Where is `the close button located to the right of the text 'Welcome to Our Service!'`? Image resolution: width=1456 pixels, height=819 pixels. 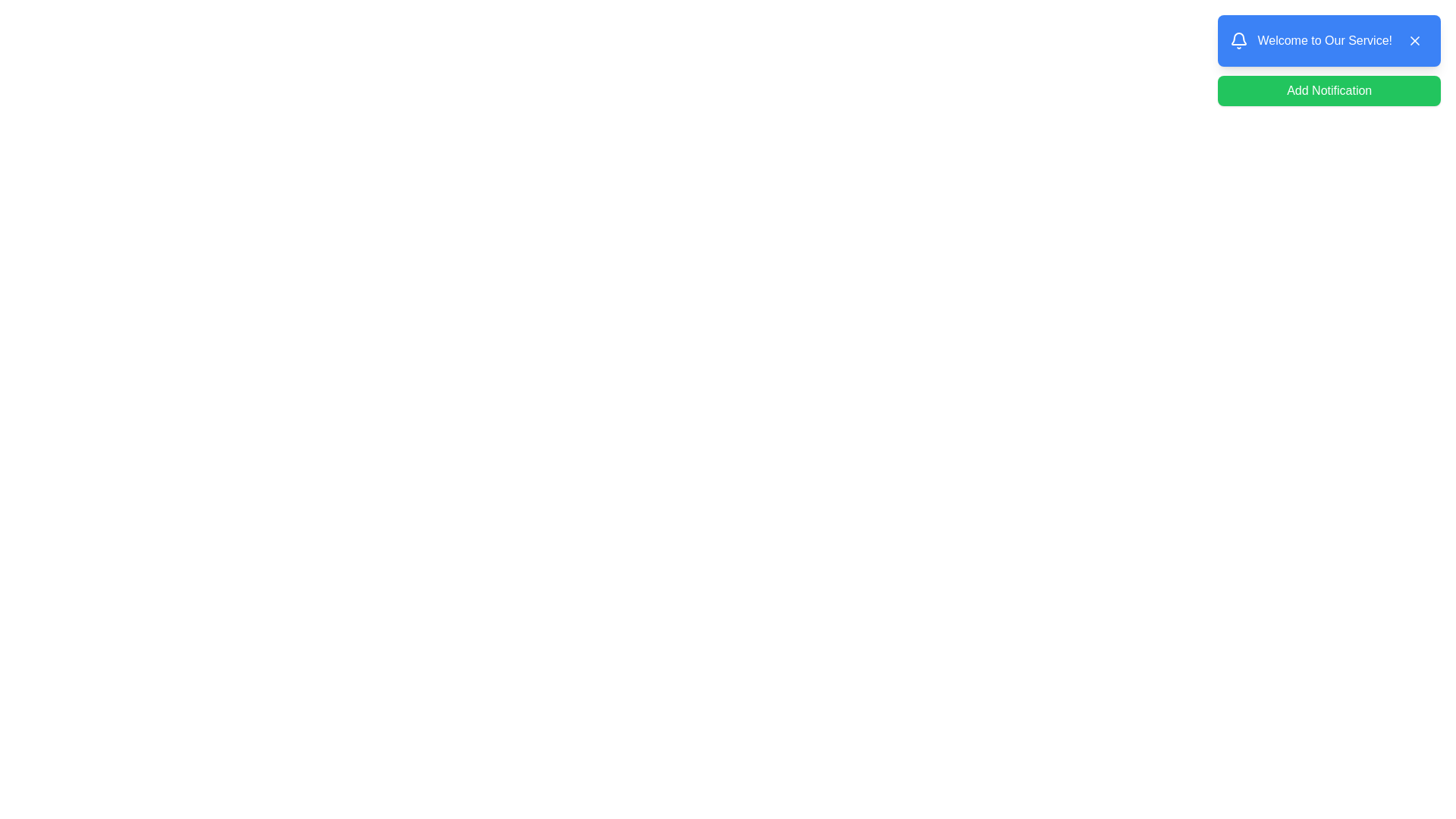
the close button located to the right of the text 'Welcome to Our Service!' is located at coordinates (1414, 40).